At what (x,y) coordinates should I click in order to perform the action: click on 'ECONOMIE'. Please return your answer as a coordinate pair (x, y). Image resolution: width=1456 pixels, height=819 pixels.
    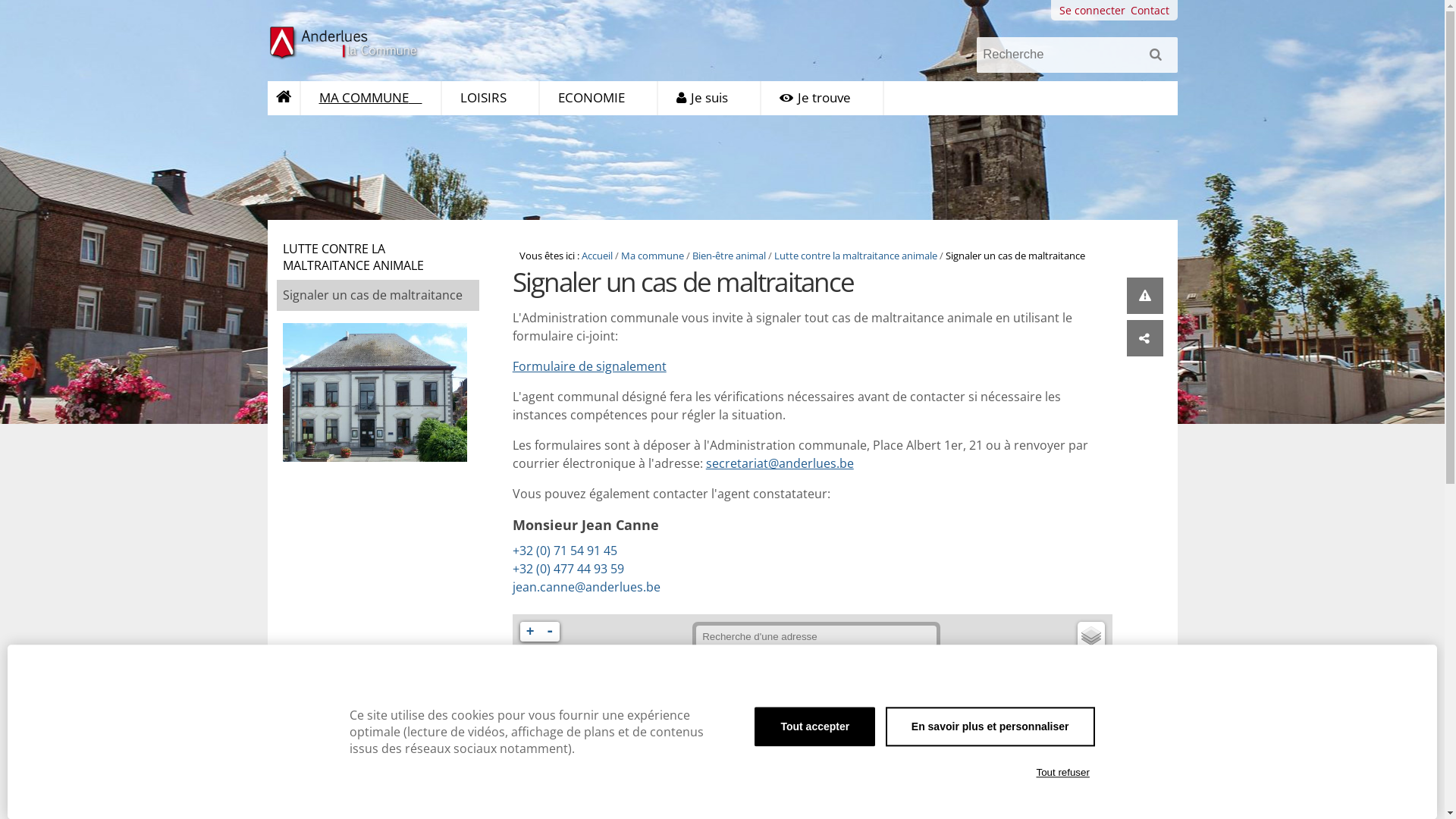
    Looking at the image, I should click on (539, 98).